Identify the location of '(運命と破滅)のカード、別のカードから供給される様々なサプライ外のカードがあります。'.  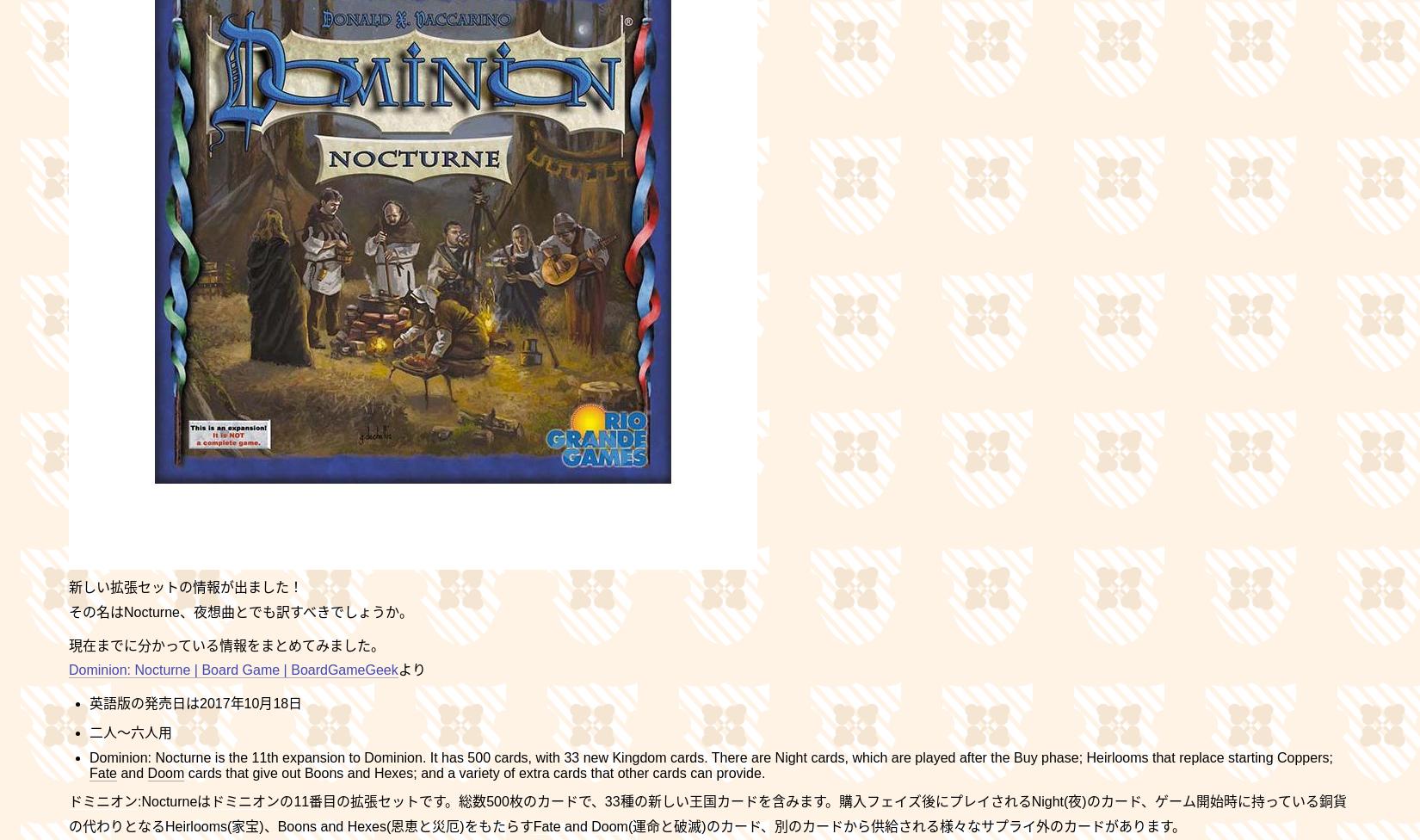
(626, 825).